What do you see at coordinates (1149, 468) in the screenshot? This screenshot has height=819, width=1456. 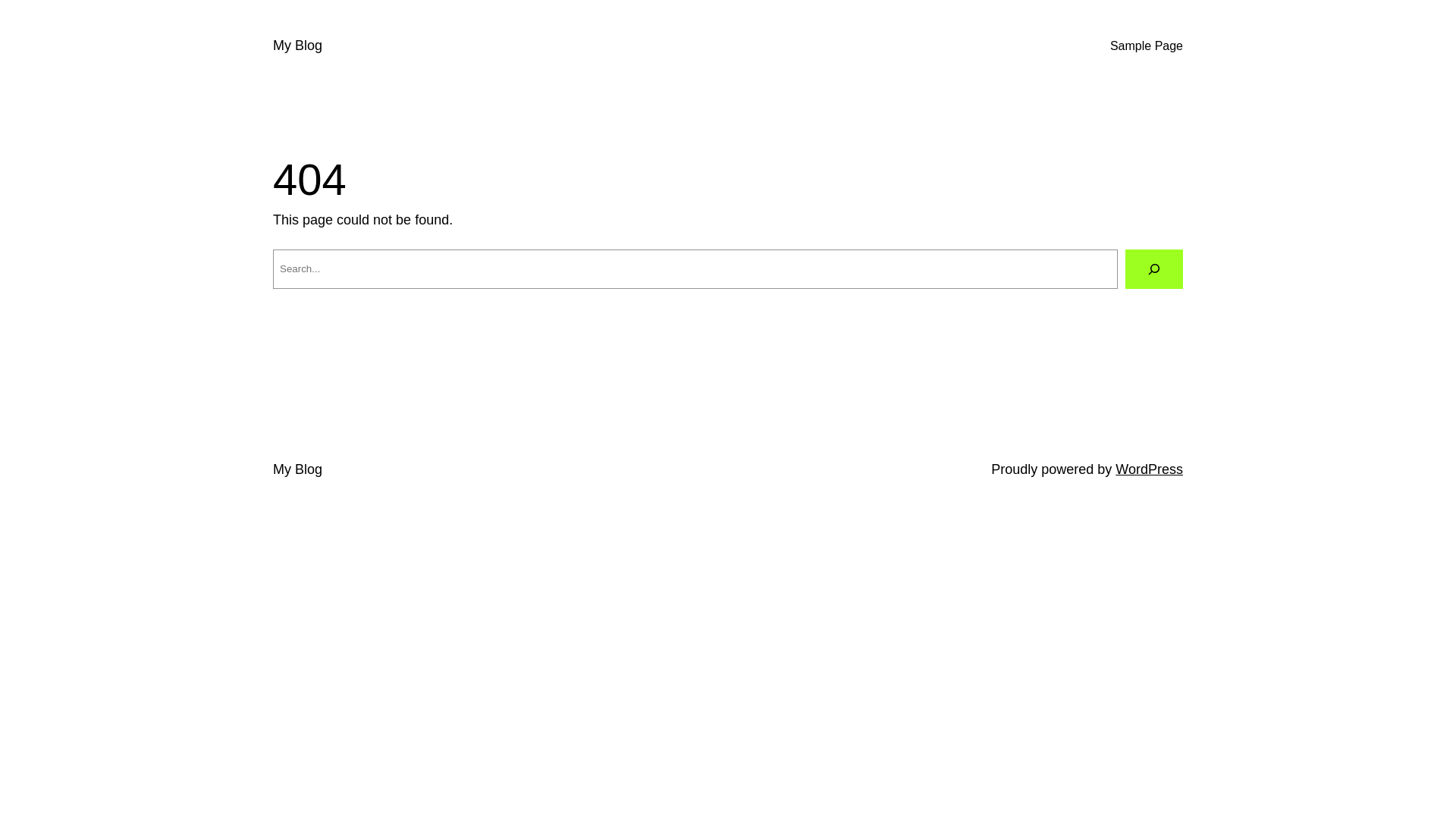 I see `'WordPress'` at bounding box center [1149, 468].